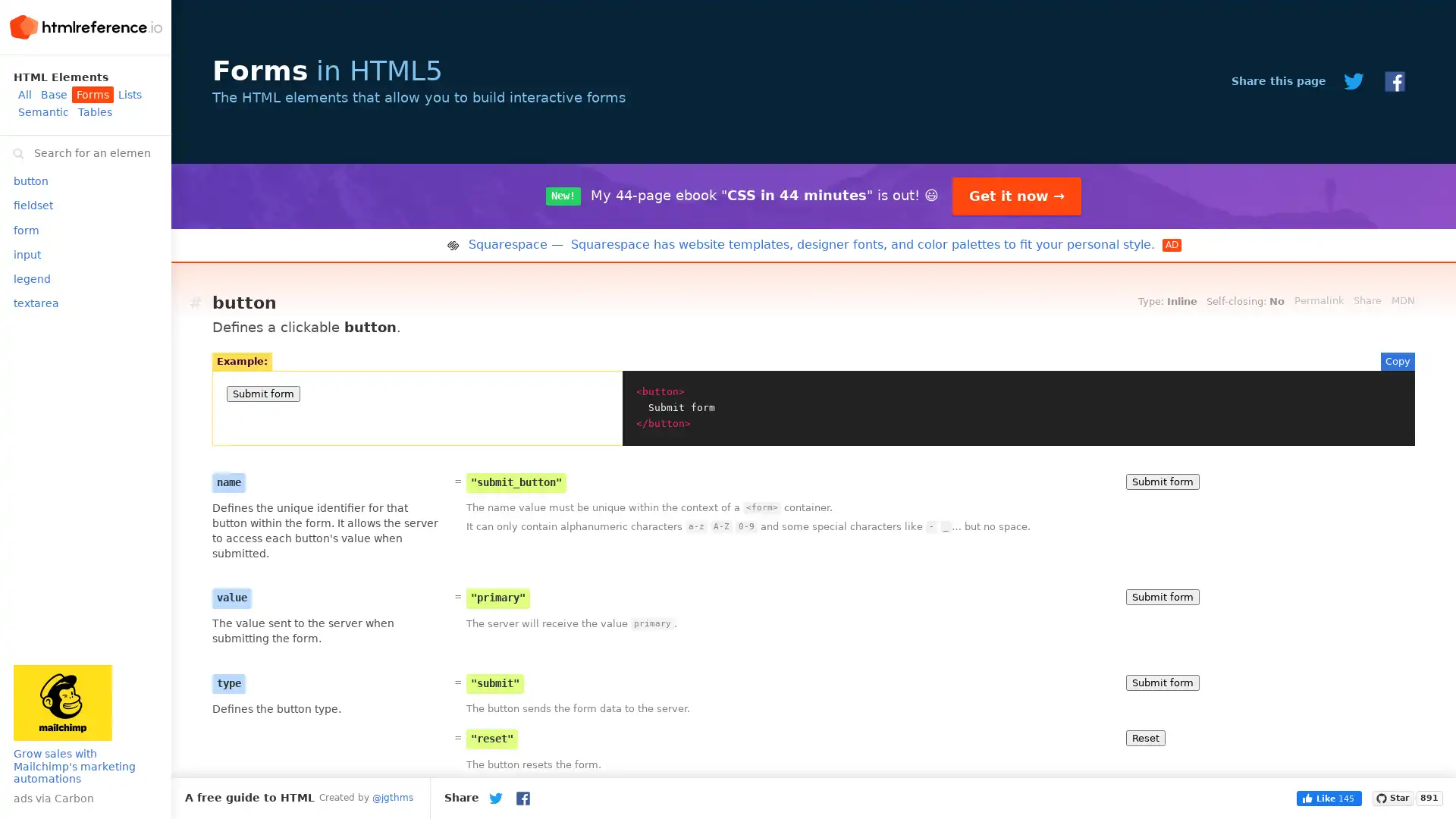 This screenshot has height=819, width=1456. Describe the element at coordinates (1162, 681) in the screenshot. I see `Submit form` at that location.